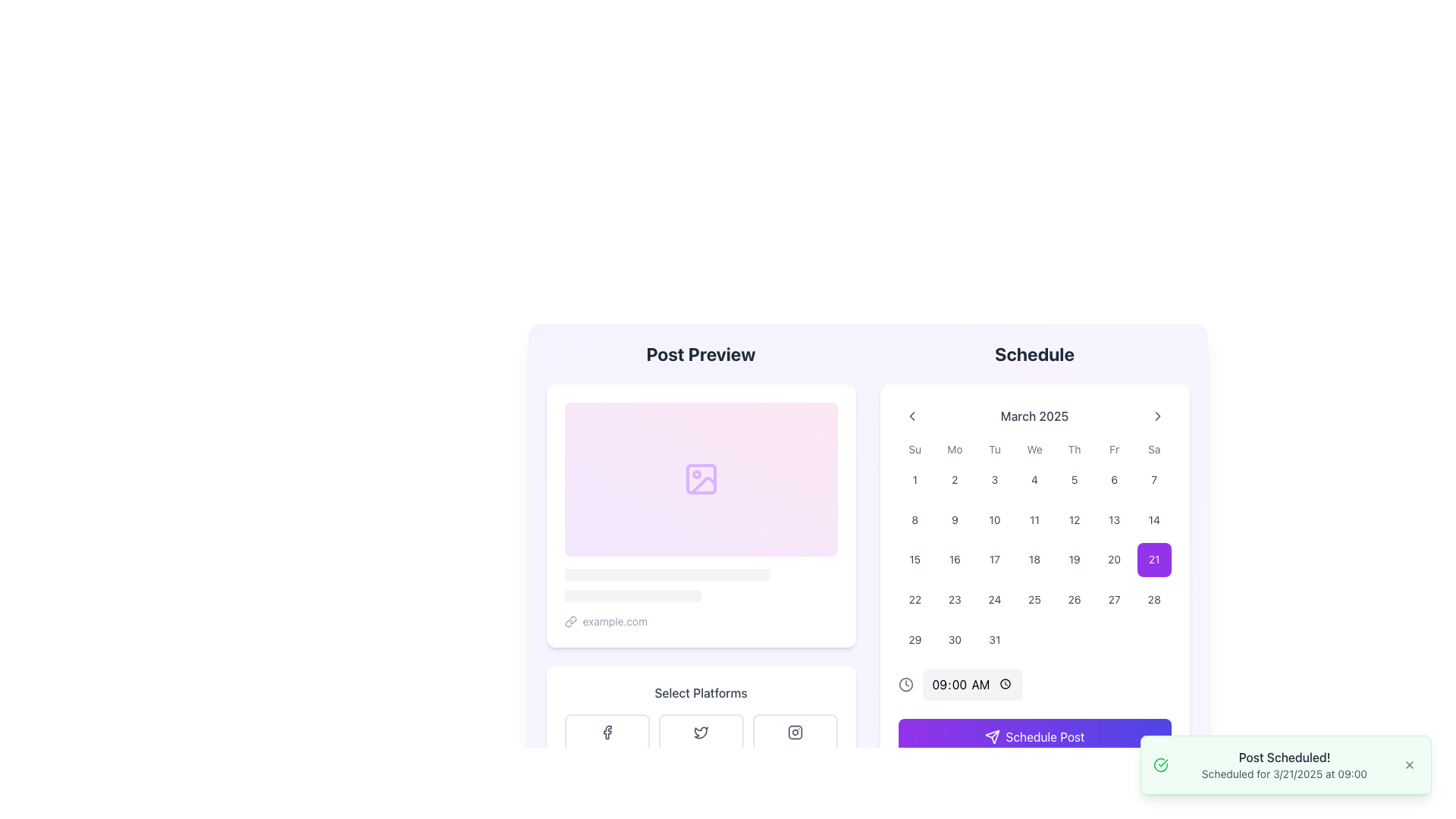 This screenshot has height=819, width=1456. What do you see at coordinates (1074, 480) in the screenshot?
I see `the button` at bounding box center [1074, 480].